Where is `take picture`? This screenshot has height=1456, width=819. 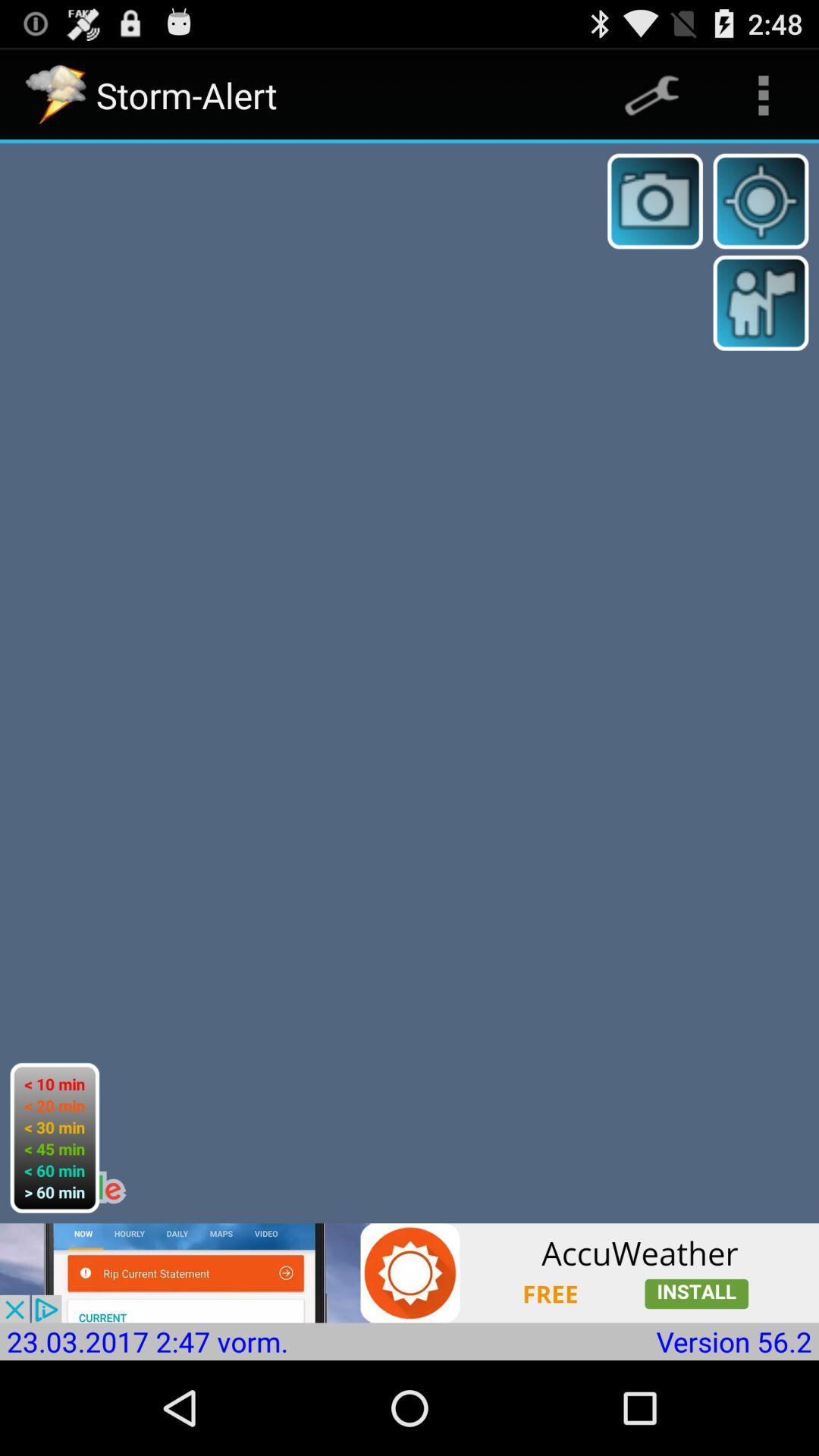
take picture is located at coordinates (654, 200).